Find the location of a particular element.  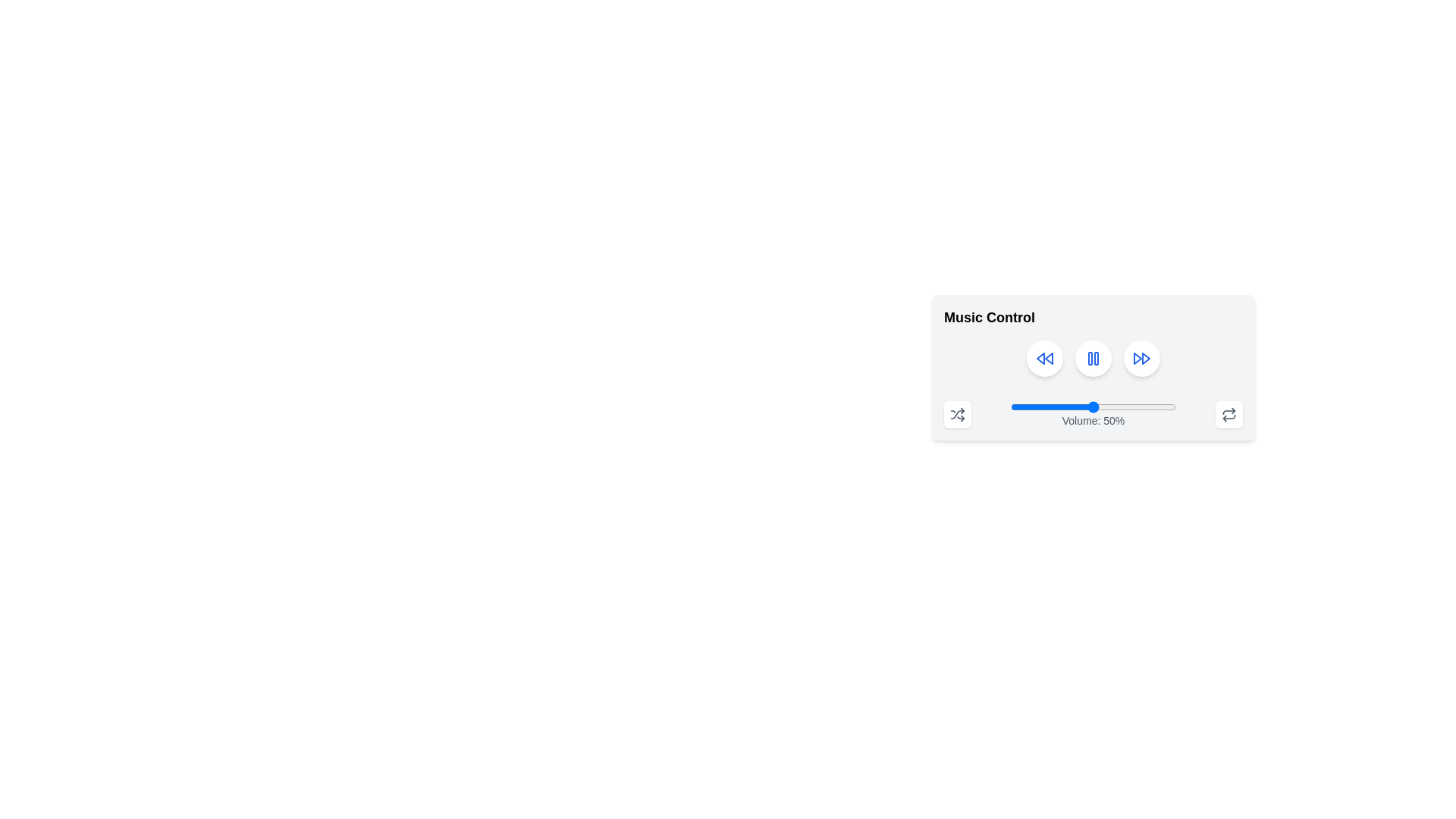

the repeat mode toggle button located in the music control panel interface is located at coordinates (1229, 415).